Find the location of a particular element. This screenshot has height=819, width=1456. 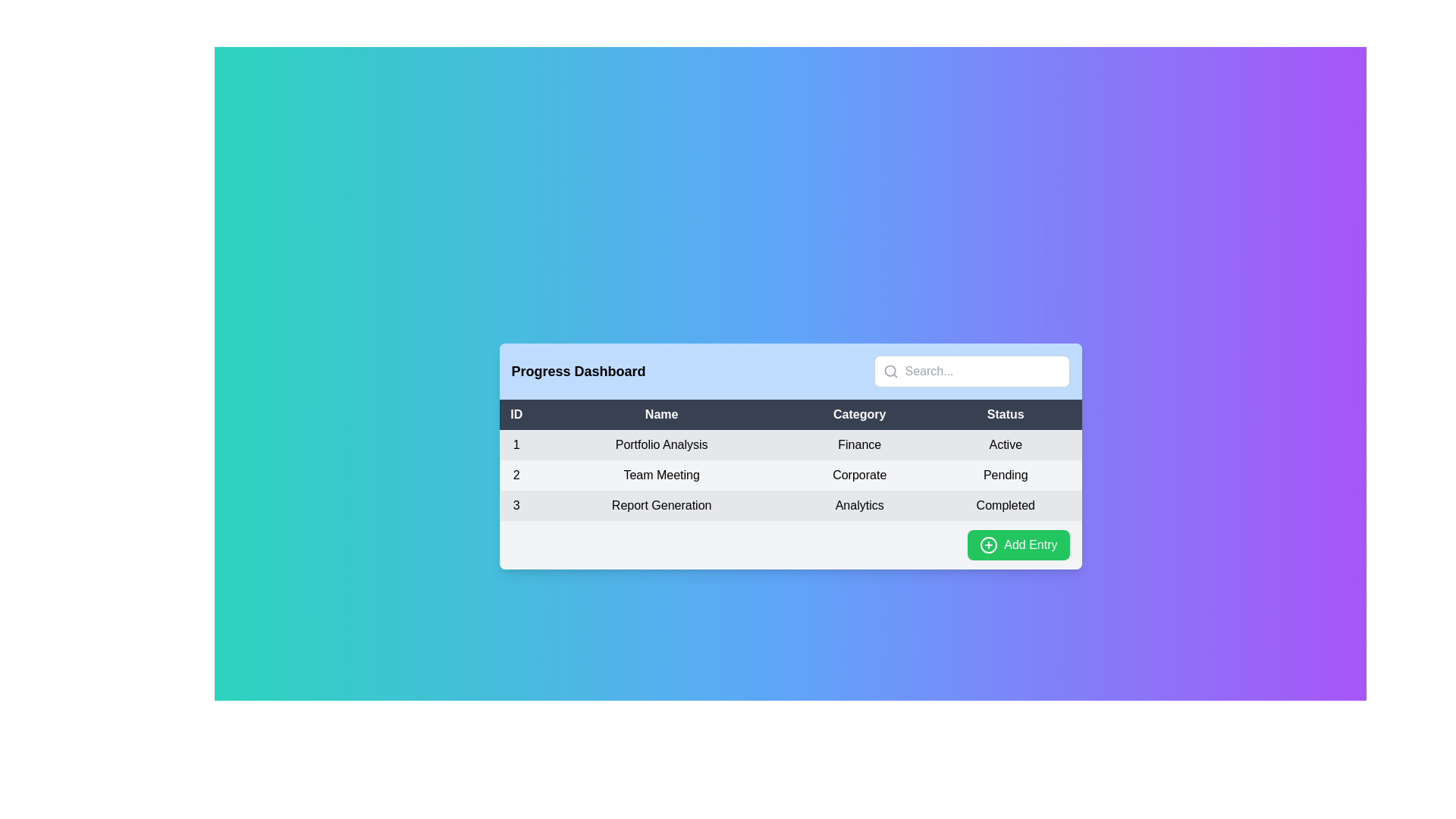

text of the column header labeled 'Category' which is the third item in the horizontal row of table headers, positioned between 'Name' and 'Status' is located at coordinates (859, 415).